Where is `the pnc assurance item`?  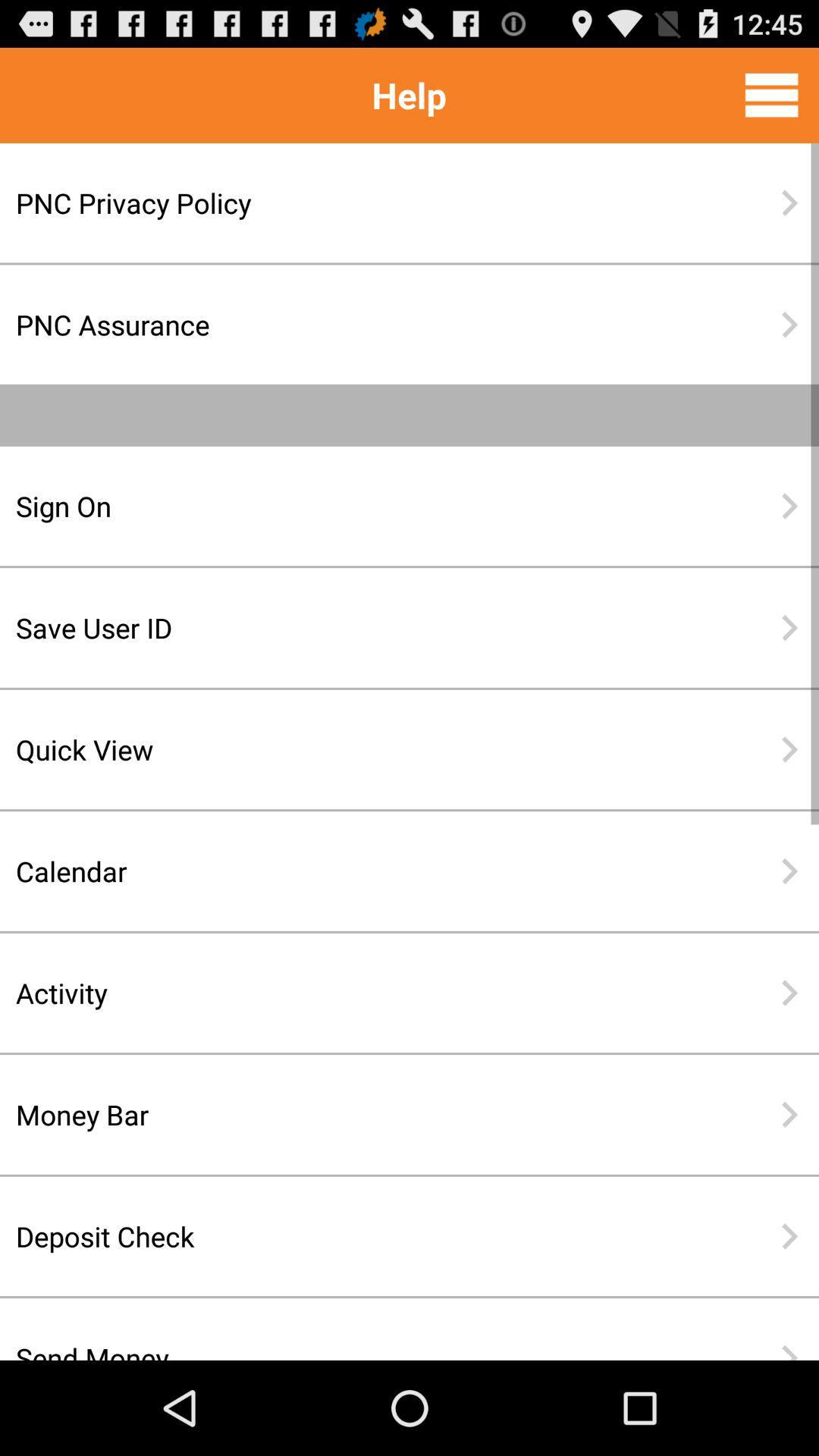
the pnc assurance item is located at coordinates (360, 324).